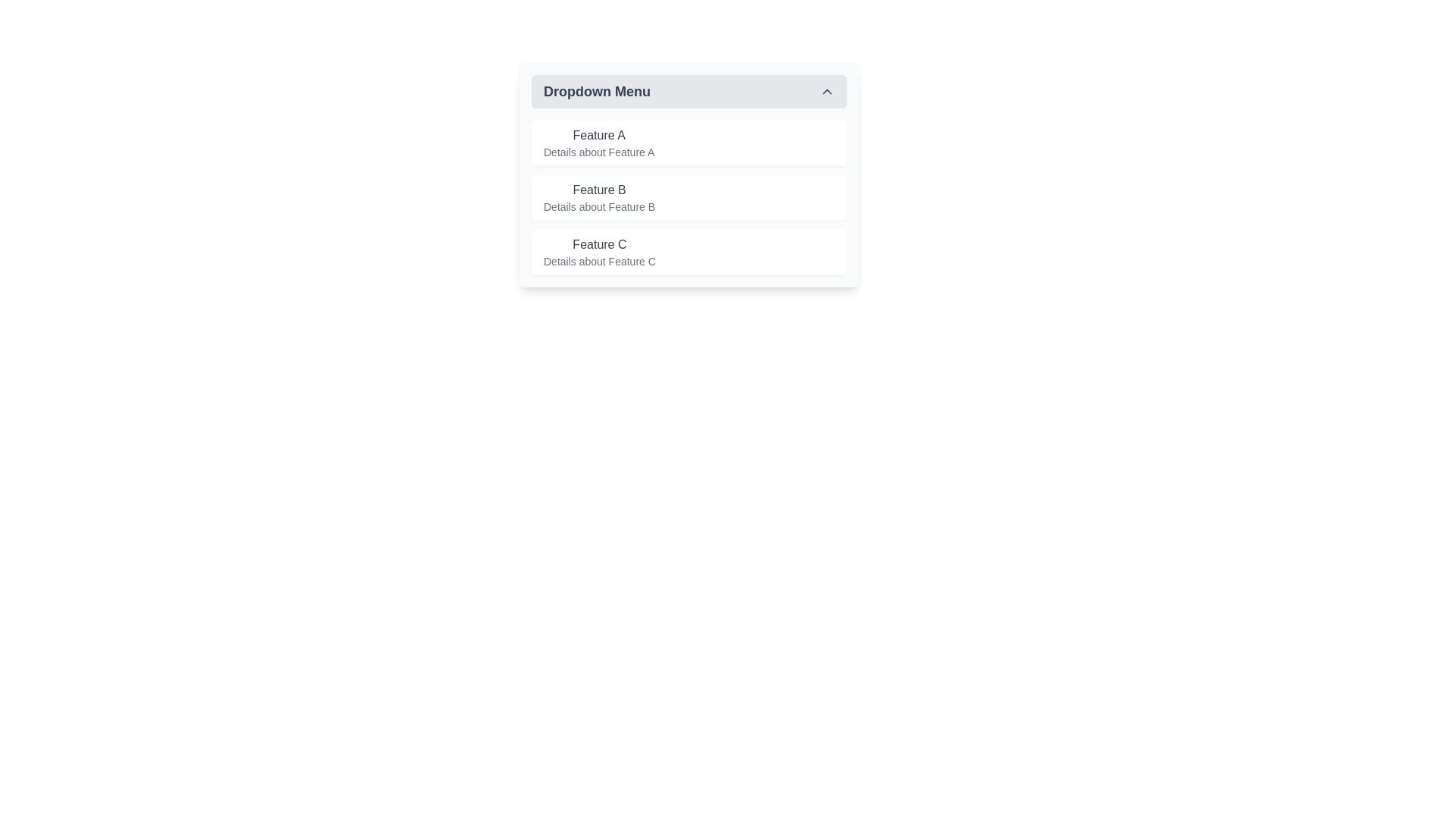 The height and width of the screenshot is (819, 1456). What do you see at coordinates (688, 197) in the screenshot?
I see `the Informational block that displays details about 'Feature B', which is positioned below the 'Dropdown Menu' title and between the blocks 'Feature A' and 'Feature C'` at bounding box center [688, 197].